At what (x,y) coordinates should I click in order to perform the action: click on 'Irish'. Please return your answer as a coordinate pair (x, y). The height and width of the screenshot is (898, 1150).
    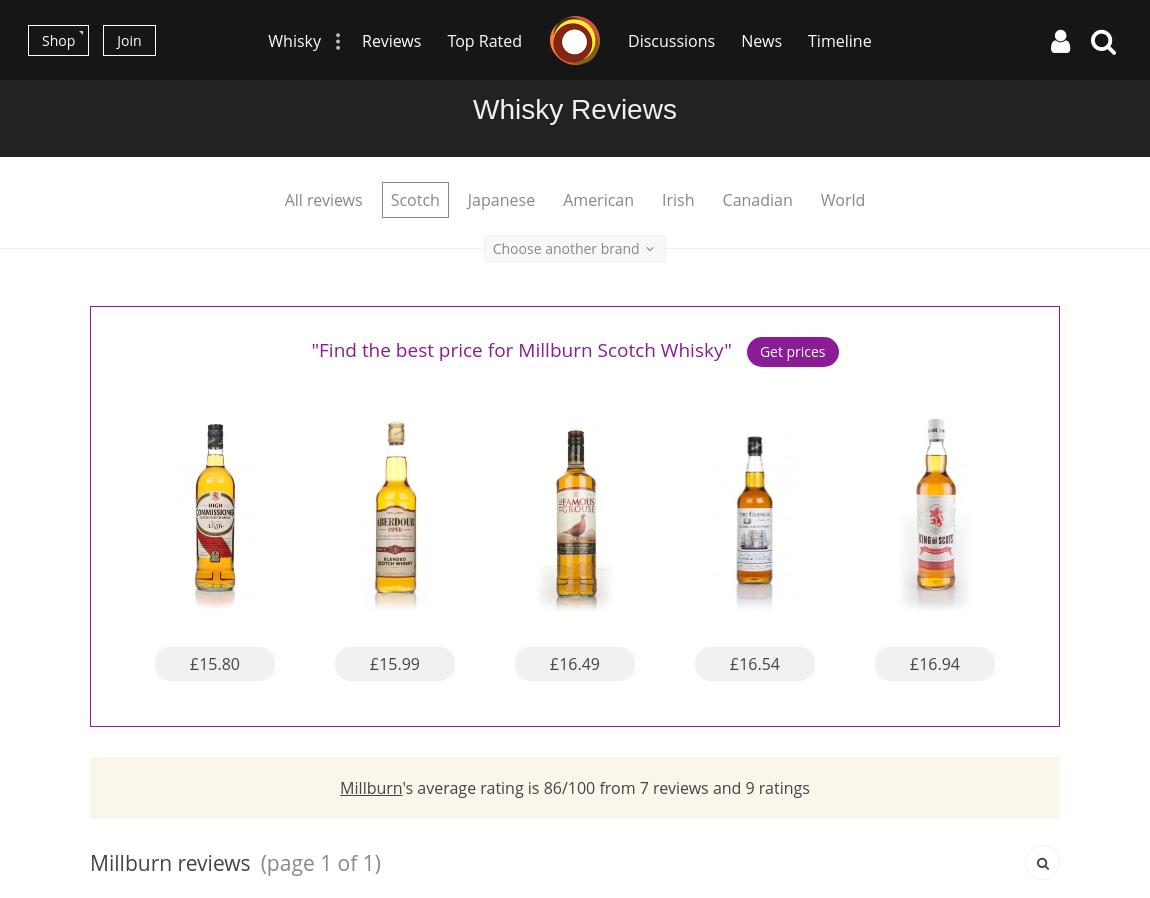
    Looking at the image, I should click on (677, 198).